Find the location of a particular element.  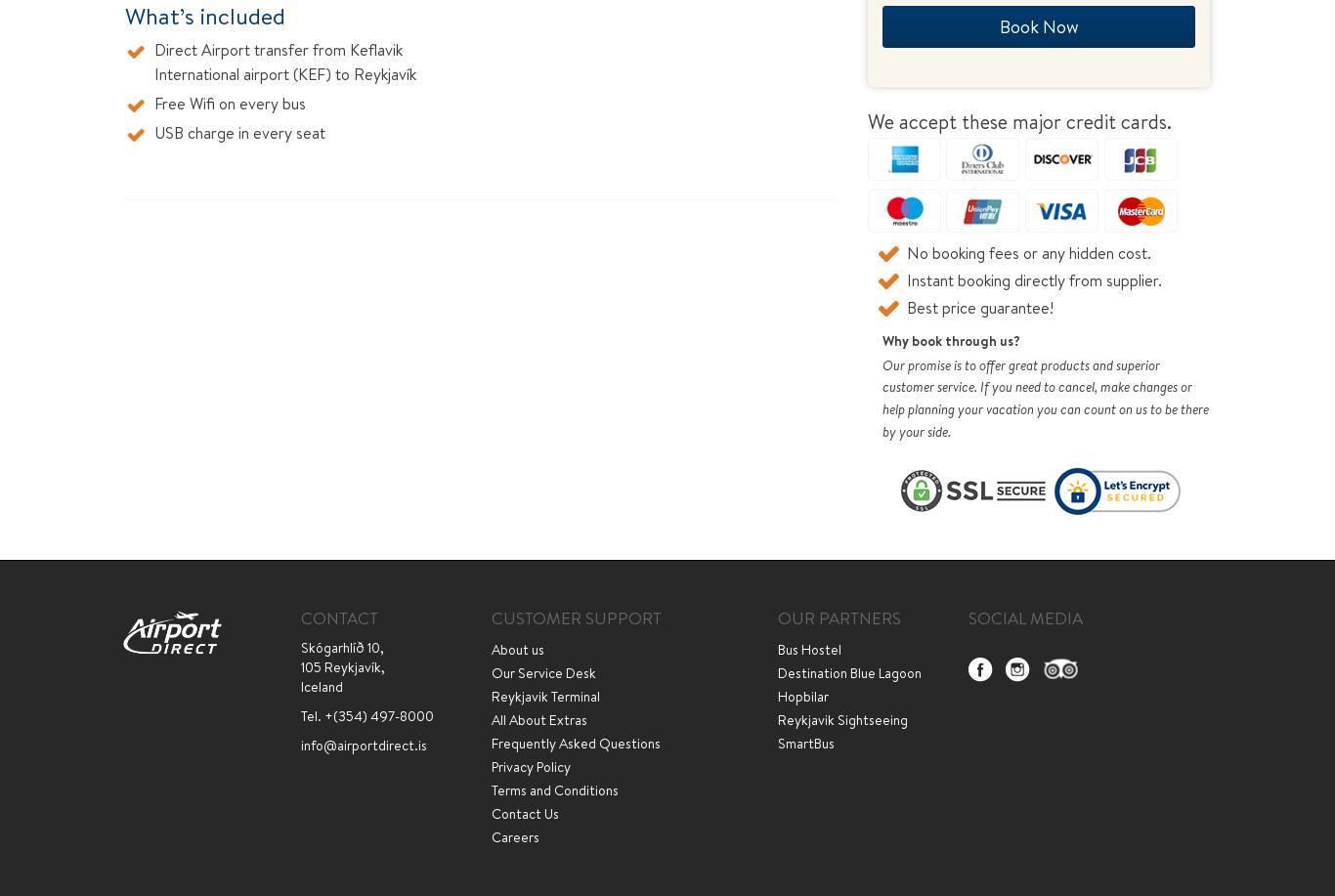

'Terms and Conditions' is located at coordinates (554, 789).